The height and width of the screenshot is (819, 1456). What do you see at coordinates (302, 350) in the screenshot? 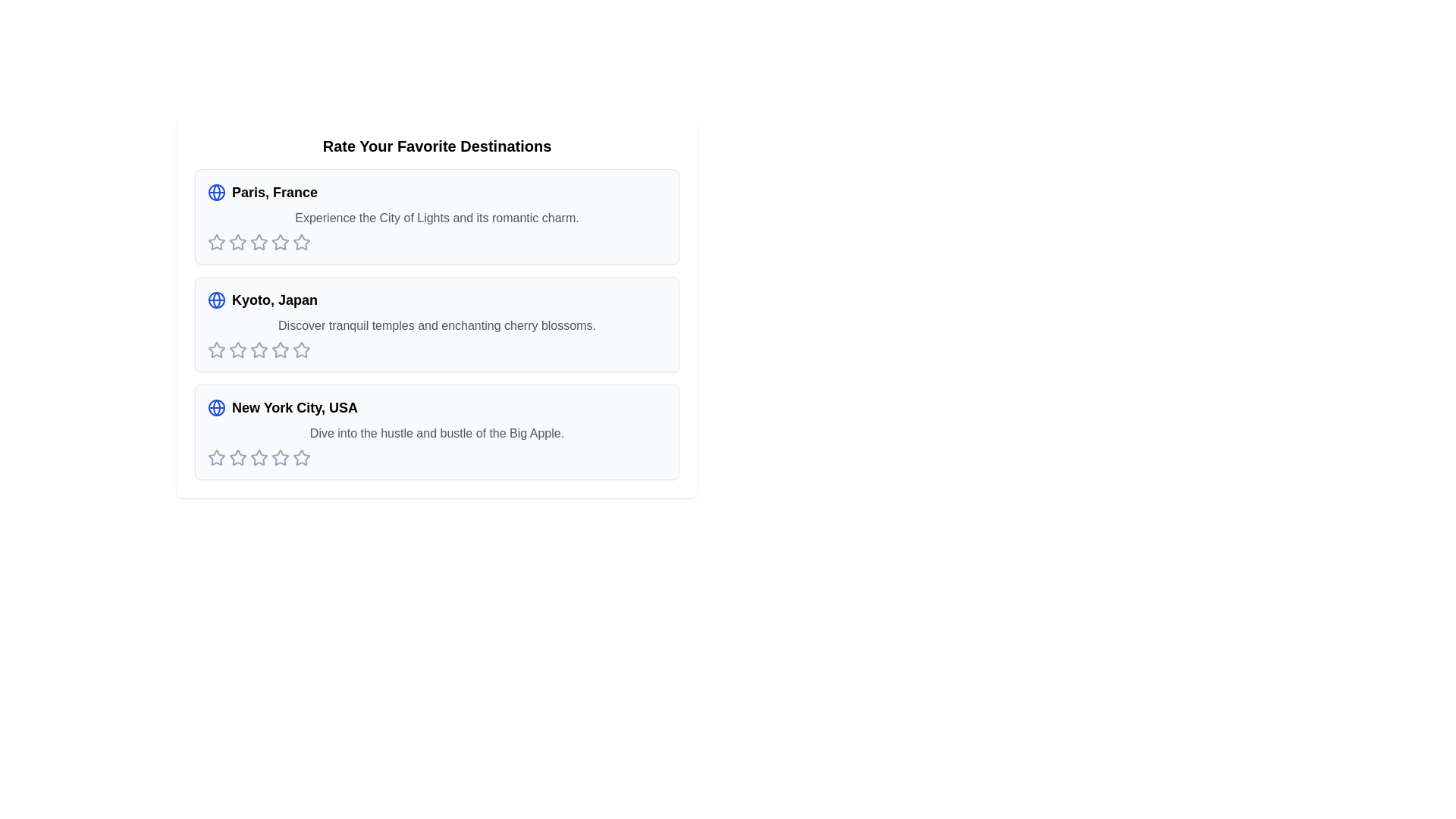
I see `the sixth star in the rating sequence for 'Kyoto, Japan'` at bounding box center [302, 350].